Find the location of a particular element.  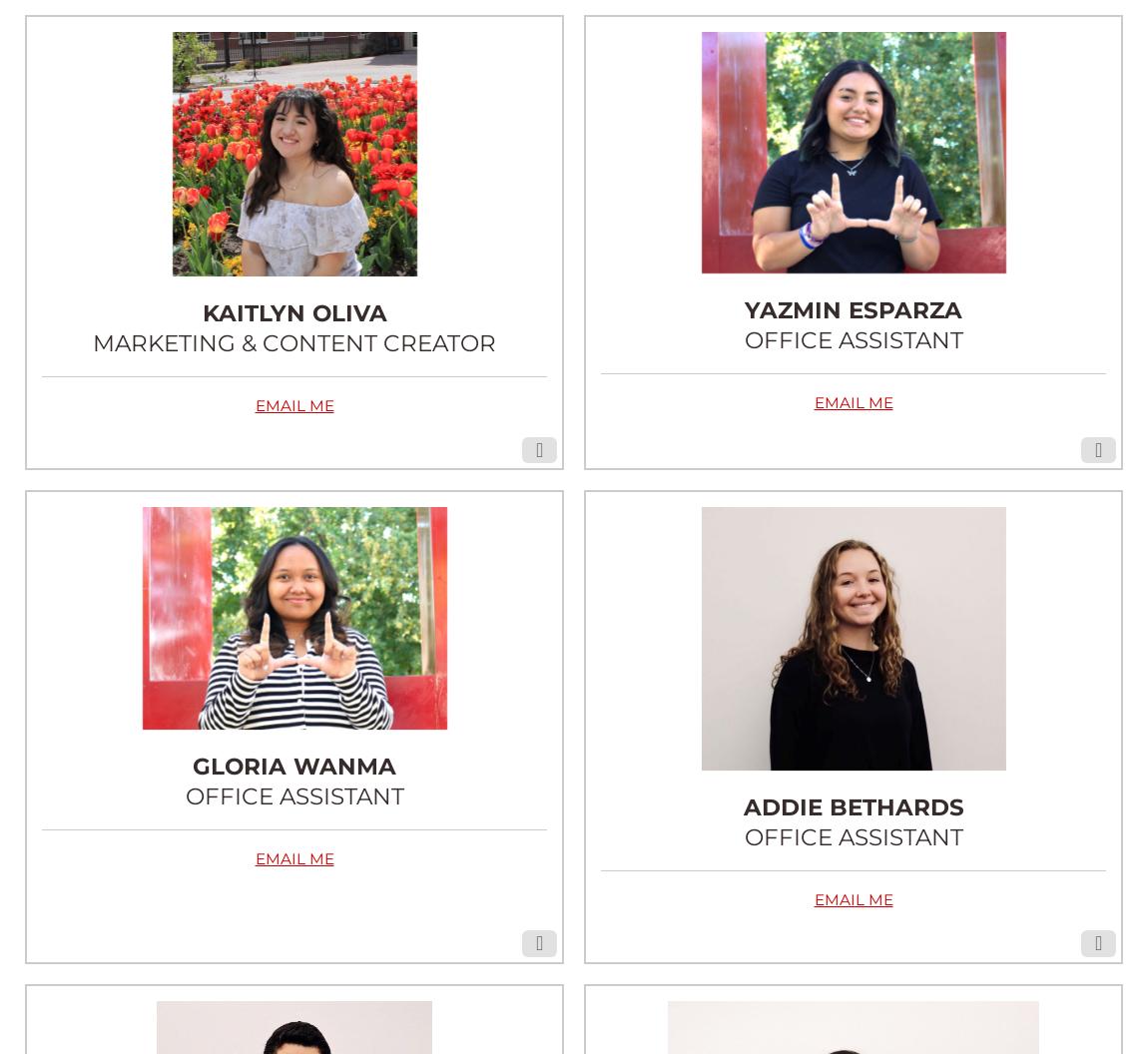

'ABOUT ADDIE' is located at coordinates (852, 517).